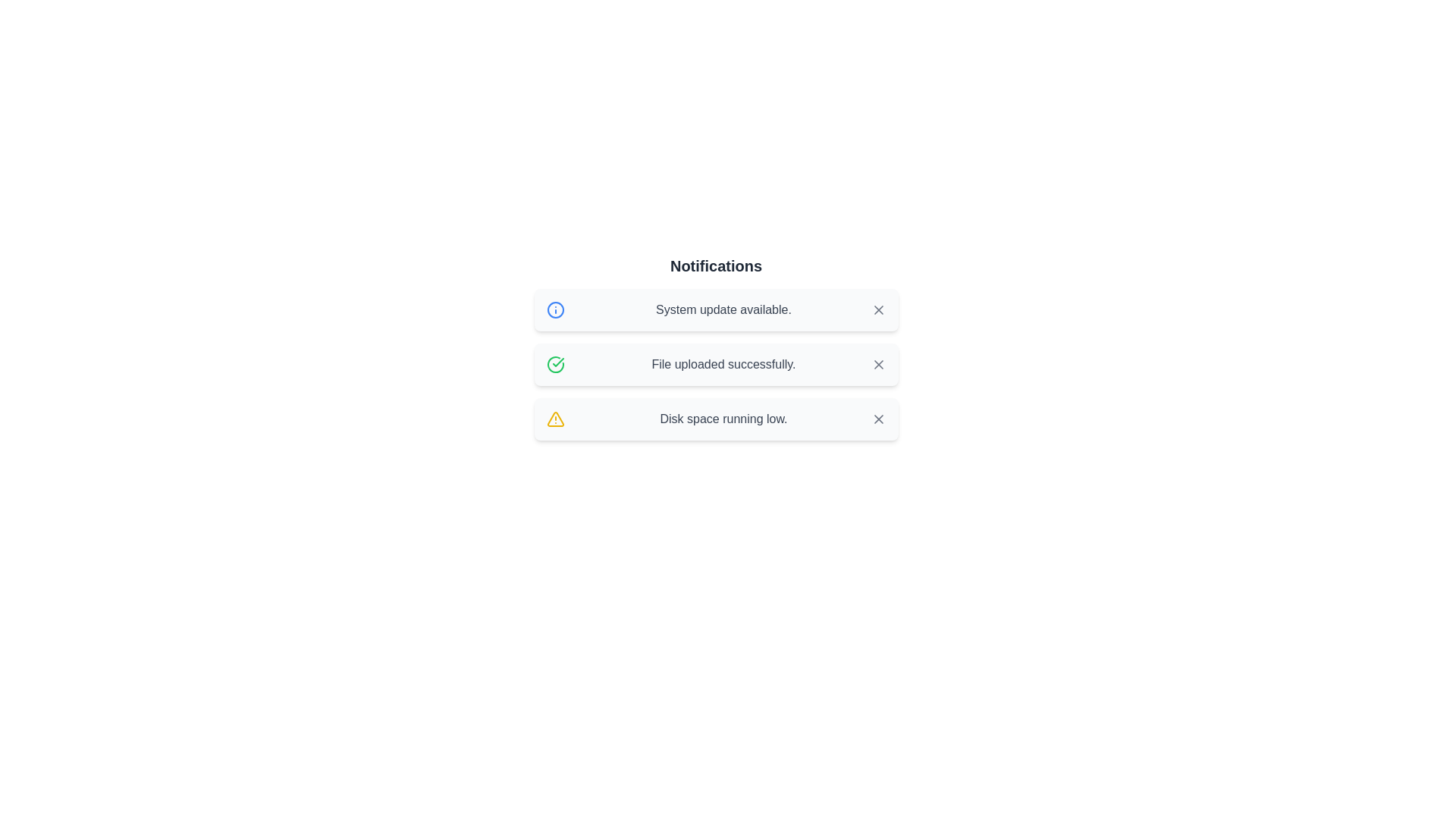 The width and height of the screenshot is (1456, 819). I want to click on the dismiss icon button (a small 'X' icon) located at the rightmost part of the notification, so click(878, 309).